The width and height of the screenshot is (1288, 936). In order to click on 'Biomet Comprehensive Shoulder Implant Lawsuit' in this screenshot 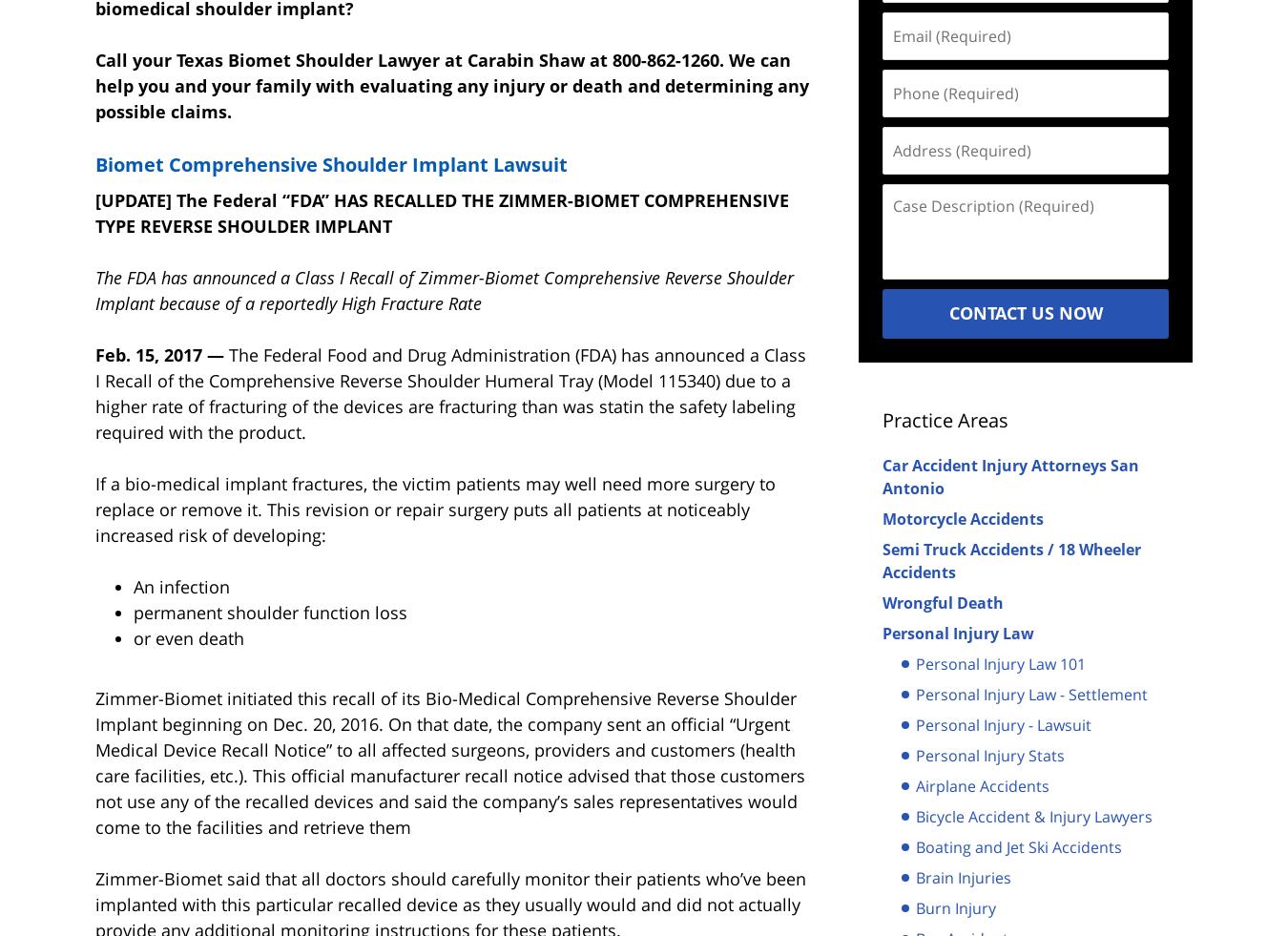, I will do `click(331, 162)`.